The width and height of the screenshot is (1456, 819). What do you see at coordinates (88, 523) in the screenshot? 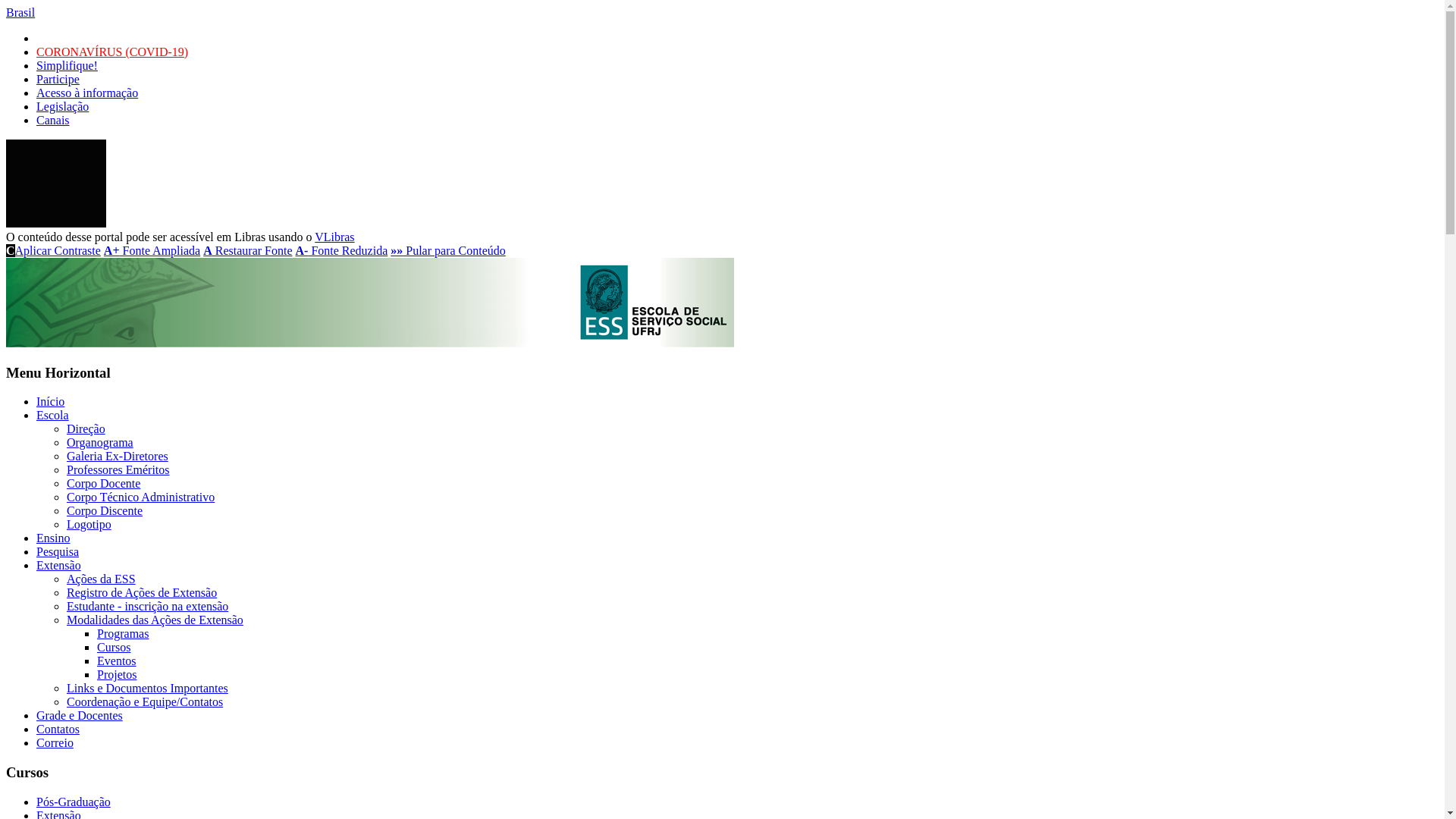
I see `'Logotipo'` at bounding box center [88, 523].